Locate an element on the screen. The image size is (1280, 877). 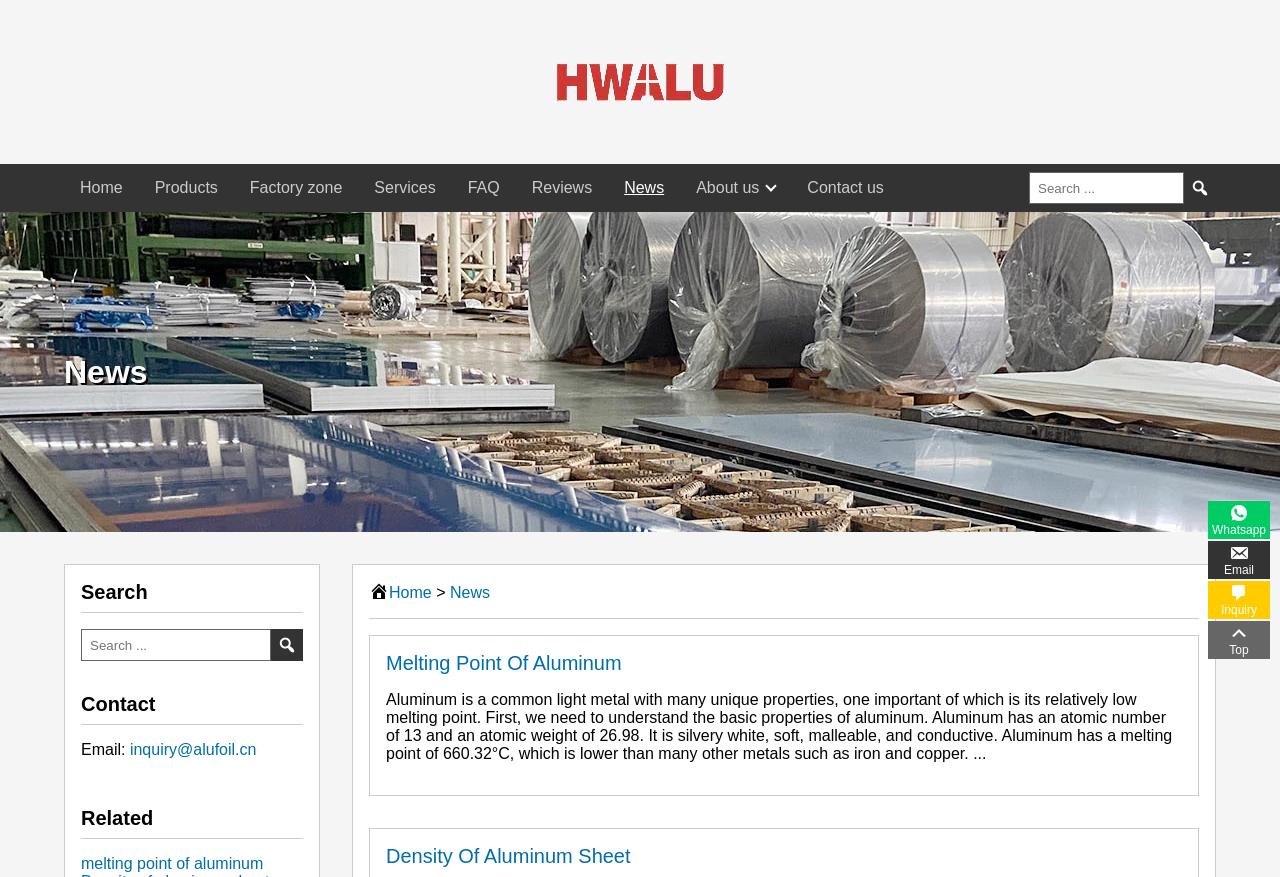
'Products' is located at coordinates (185, 187).